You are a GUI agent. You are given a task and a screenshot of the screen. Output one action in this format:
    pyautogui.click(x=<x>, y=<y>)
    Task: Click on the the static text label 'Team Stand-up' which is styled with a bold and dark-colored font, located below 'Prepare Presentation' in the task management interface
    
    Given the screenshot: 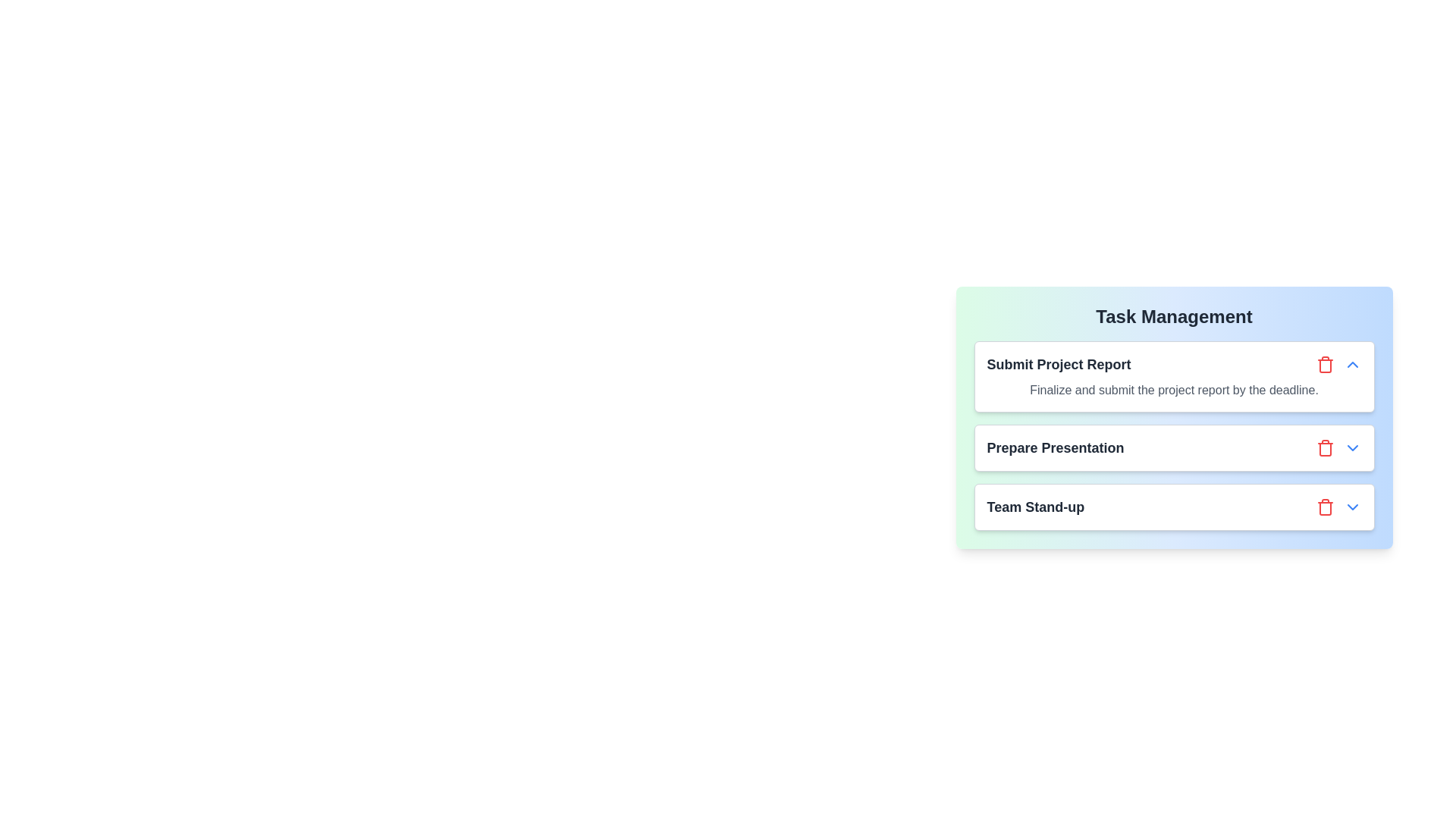 What is the action you would take?
    pyautogui.click(x=1034, y=507)
    